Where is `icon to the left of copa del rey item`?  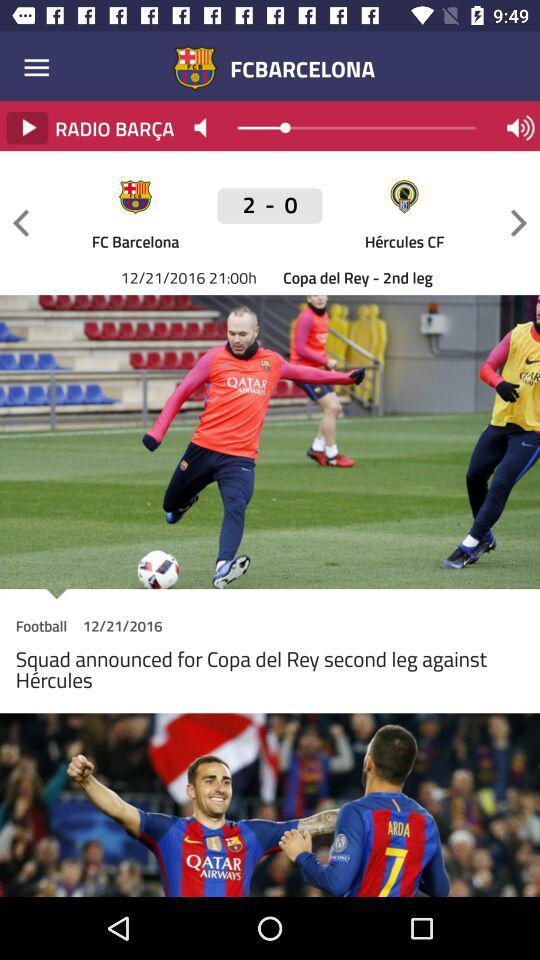
icon to the left of copa del rey item is located at coordinates (270, 216).